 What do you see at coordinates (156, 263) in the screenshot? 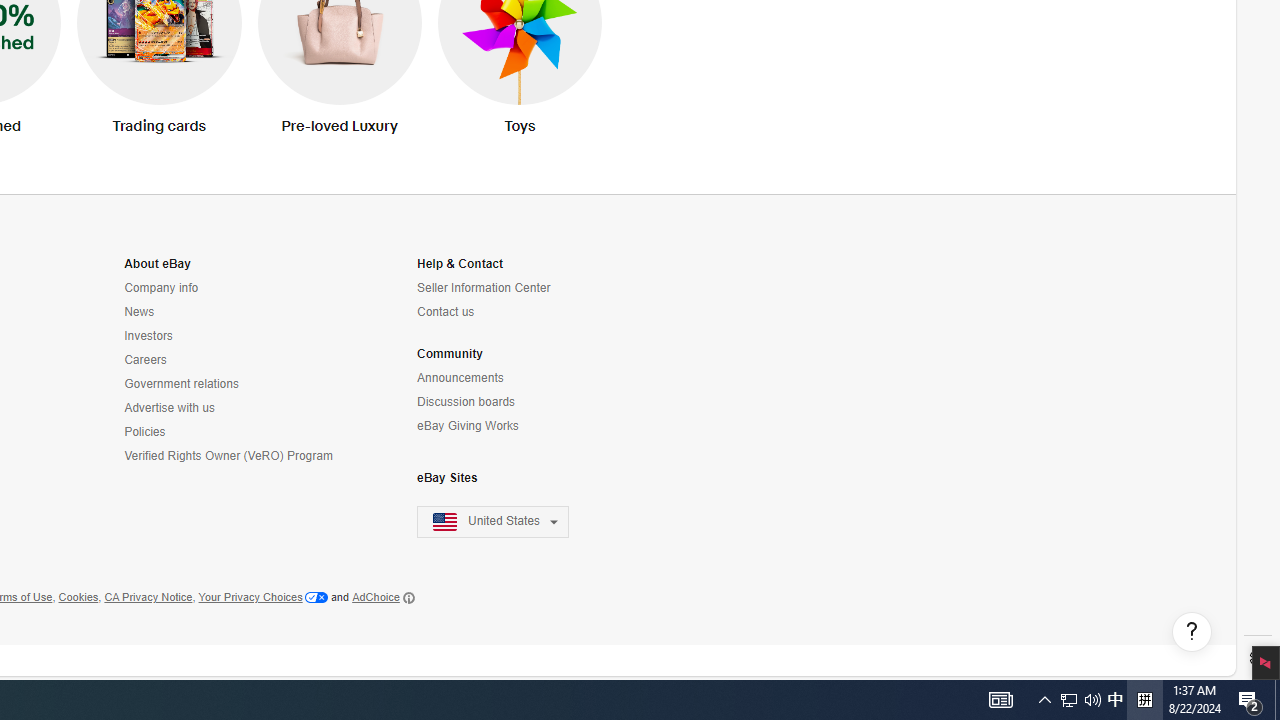
I see `'About eBay'` at bounding box center [156, 263].